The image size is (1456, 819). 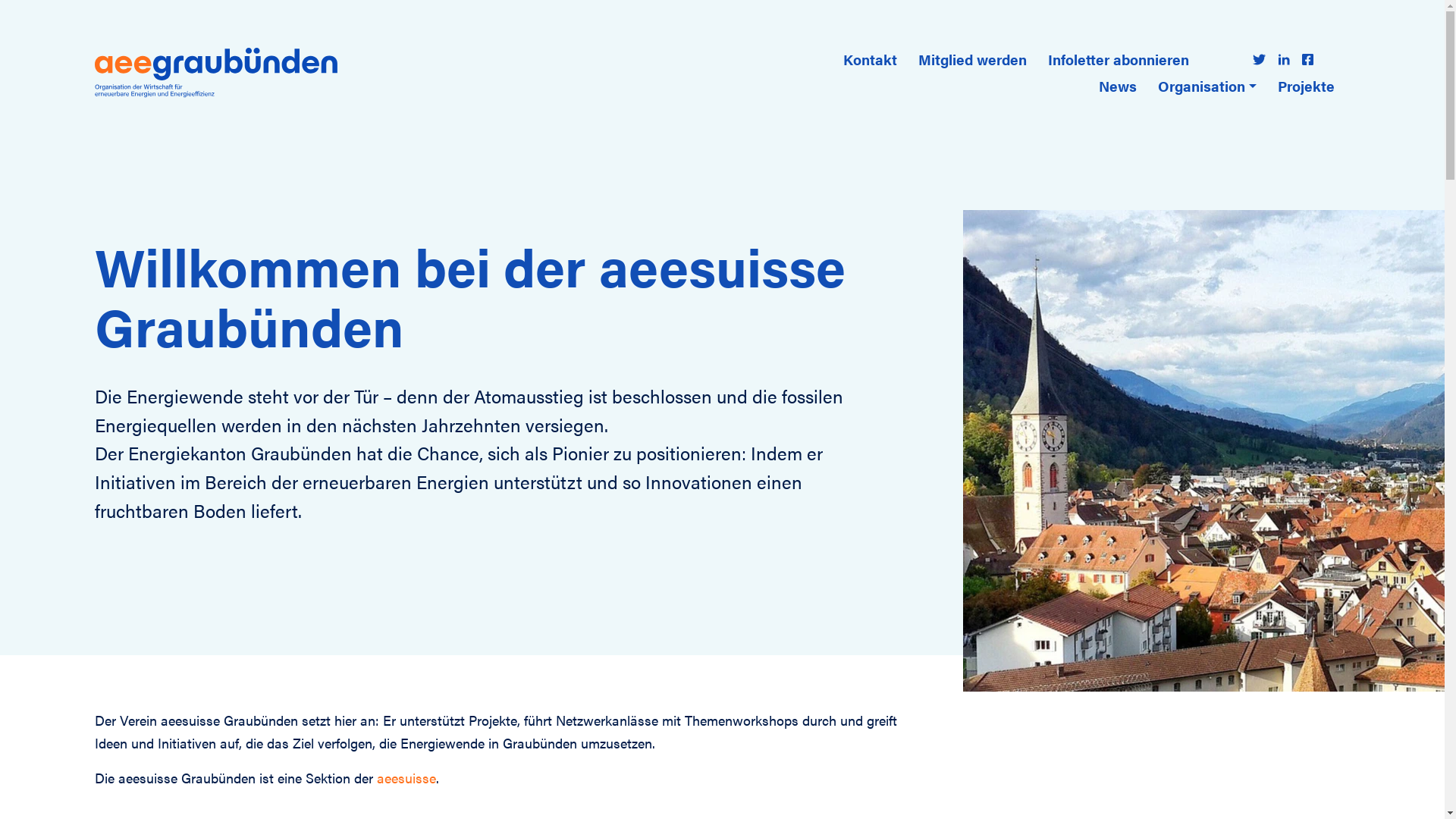 What do you see at coordinates (870, 58) in the screenshot?
I see `'Kontakt'` at bounding box center [870, 58].